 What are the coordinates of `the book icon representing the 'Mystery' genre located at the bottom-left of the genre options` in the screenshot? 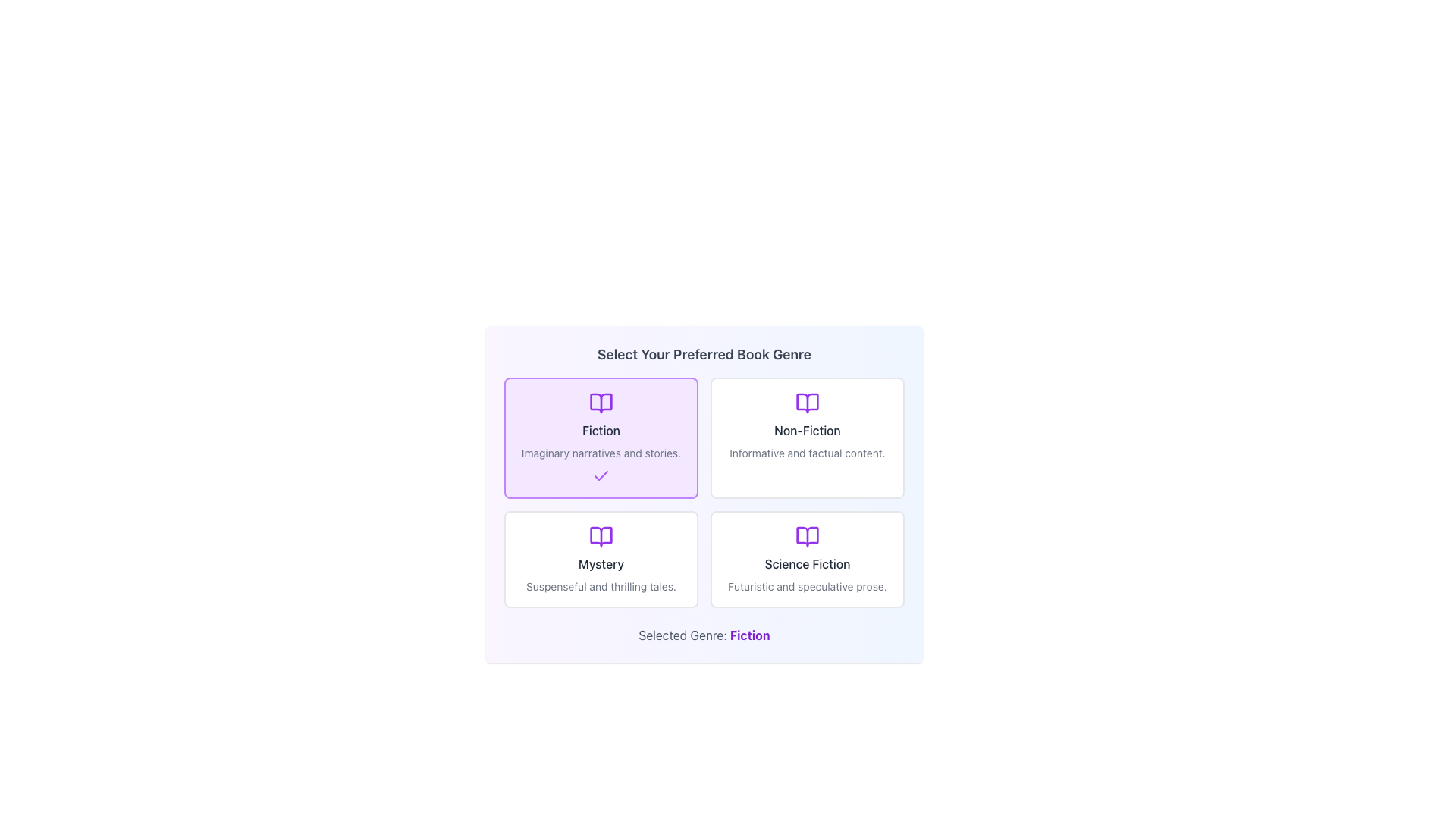 It's located at (600, 536).